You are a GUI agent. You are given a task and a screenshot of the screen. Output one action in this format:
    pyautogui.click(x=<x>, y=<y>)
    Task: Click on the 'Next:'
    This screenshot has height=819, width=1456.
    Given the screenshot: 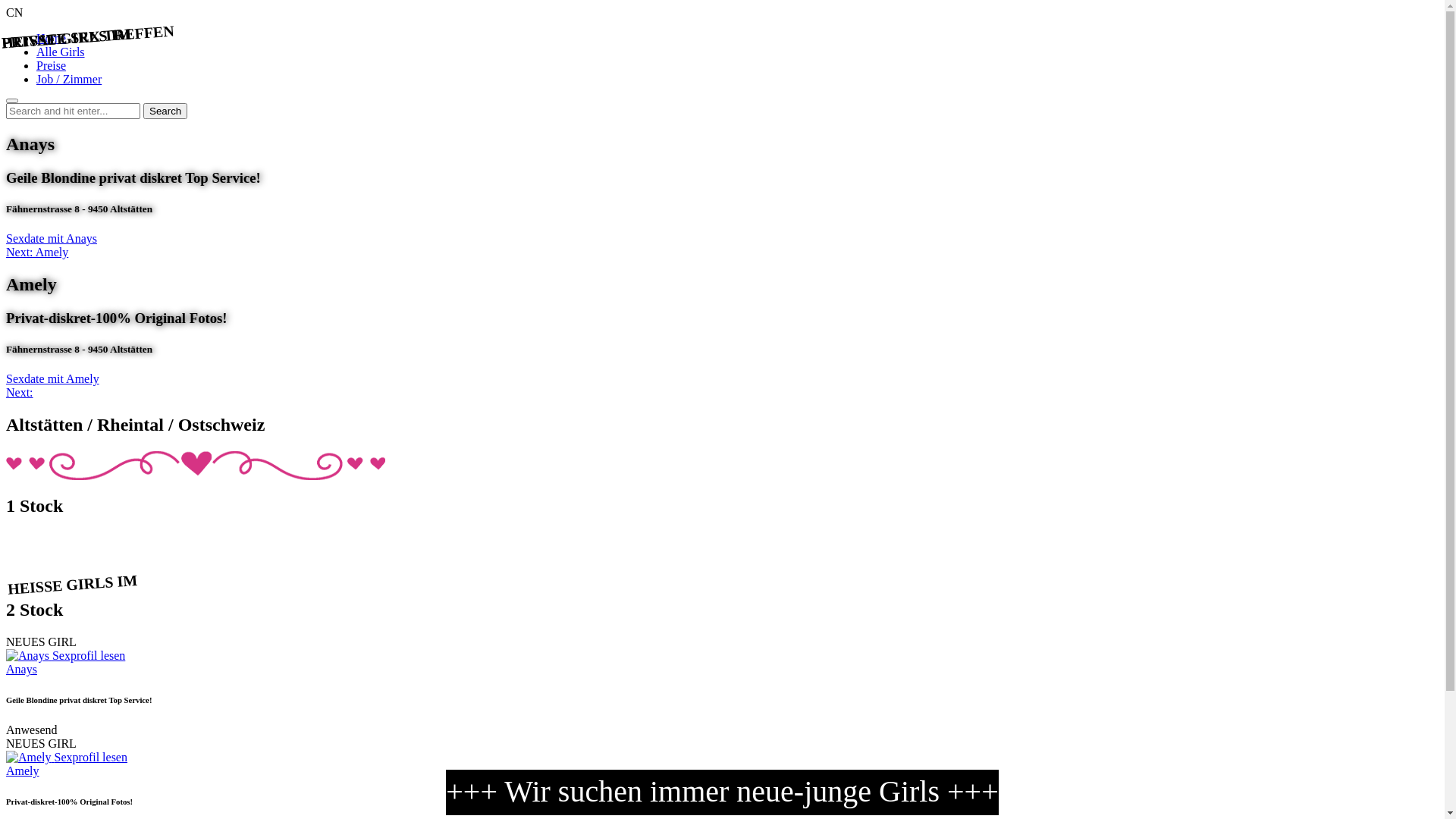 What is the action you would take?
    pyautogui.click(x=6, y=391)
    